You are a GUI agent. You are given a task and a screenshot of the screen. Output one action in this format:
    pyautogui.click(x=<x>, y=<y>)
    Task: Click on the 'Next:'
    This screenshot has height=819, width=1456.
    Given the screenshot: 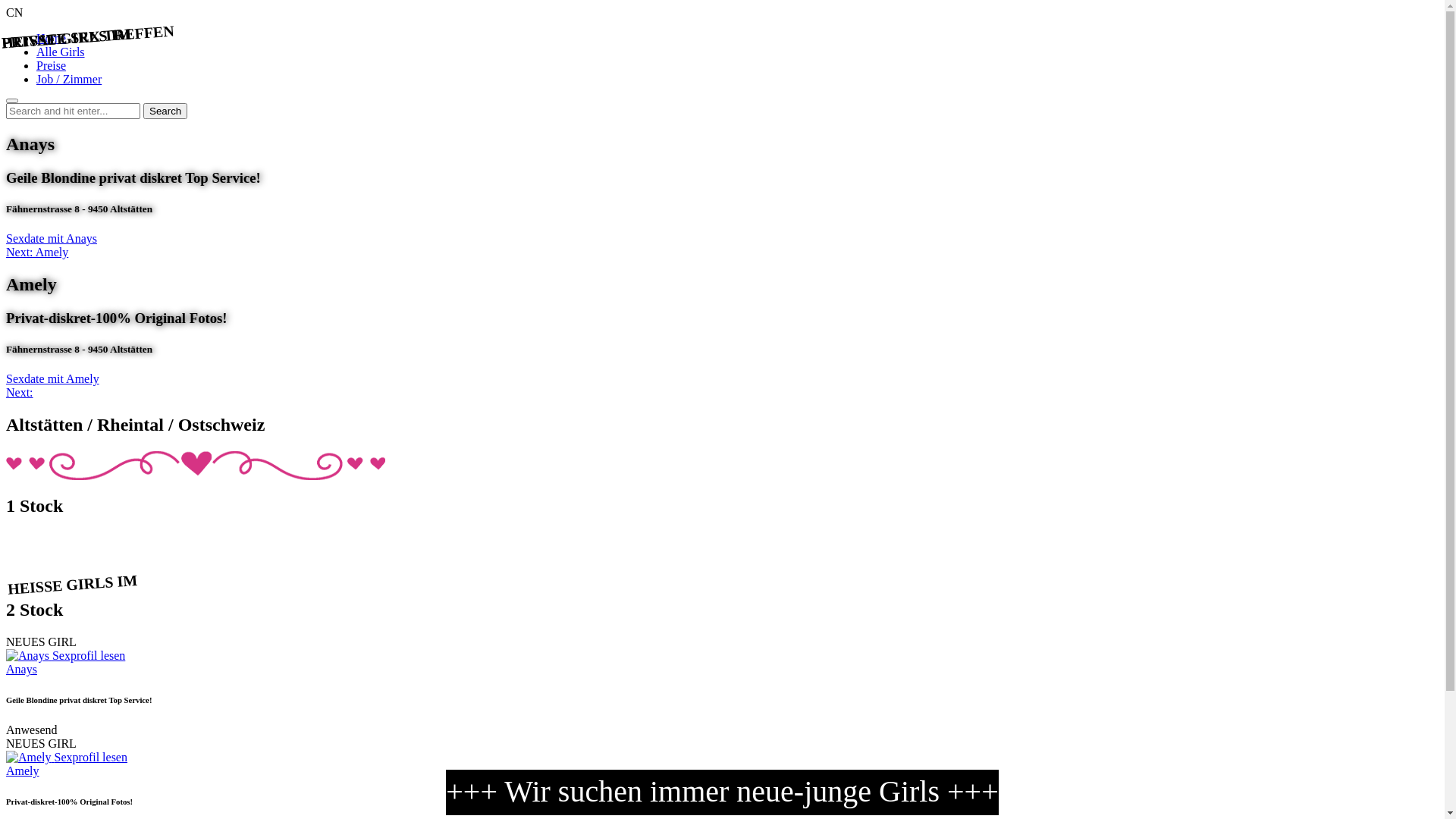 What is the action you would take?
    pyautogui.click(x=6, y=391)
    